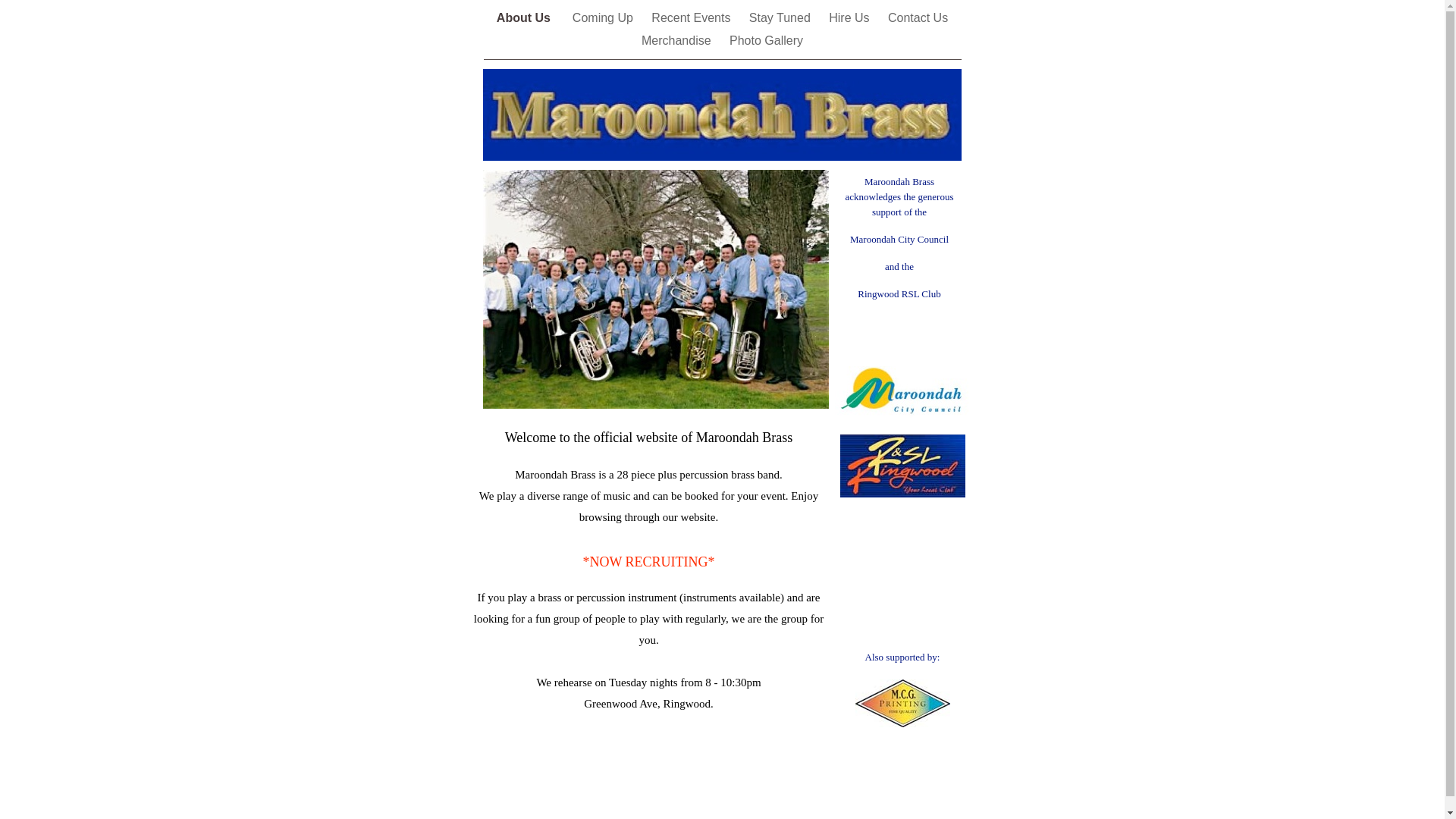  Describe the element at coordinates (902, 726) in the screenshot. I see `'http://www.mcgprinting.com.au'` at that location.